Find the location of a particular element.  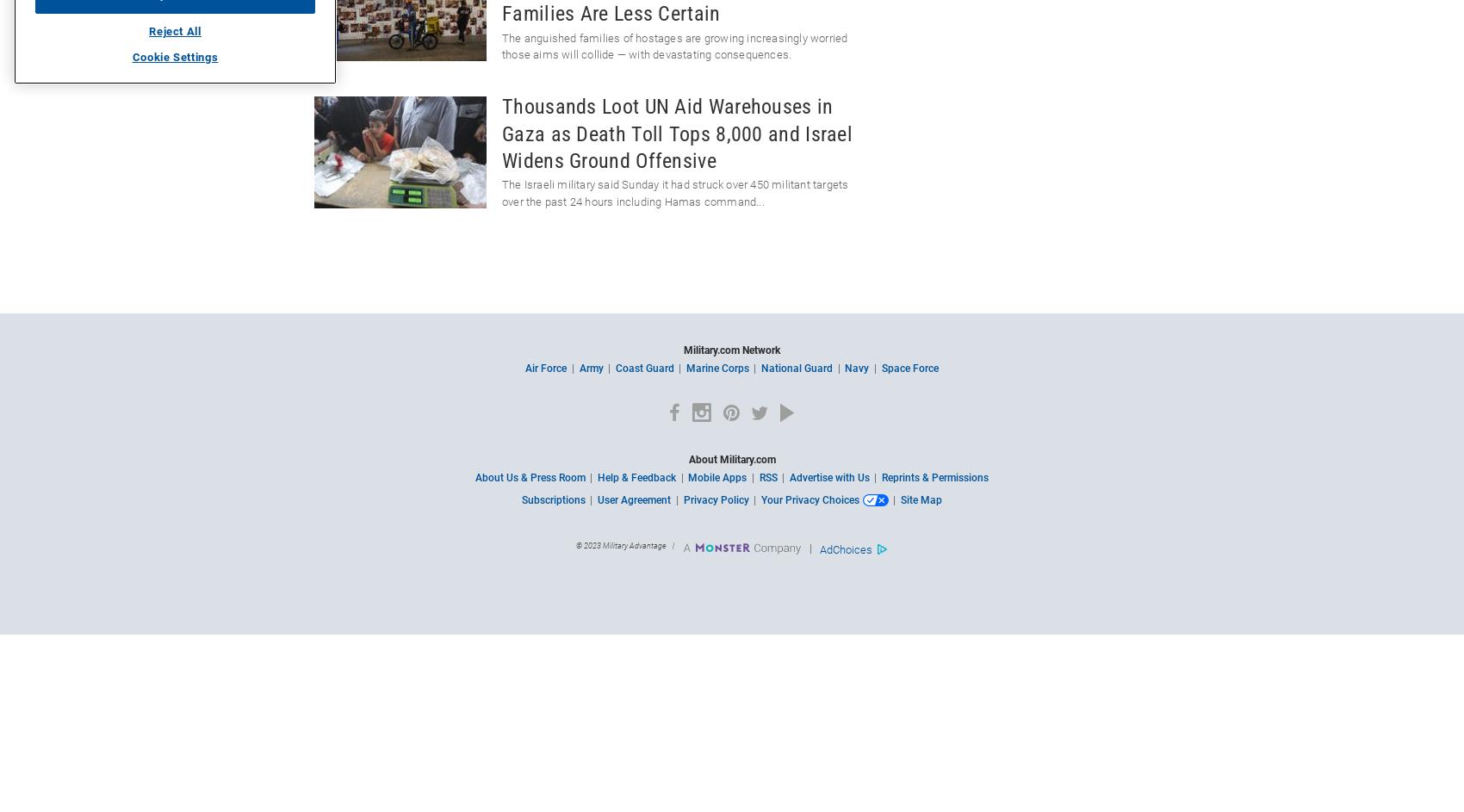

'National Guard' is located at coordinates (797, 369).